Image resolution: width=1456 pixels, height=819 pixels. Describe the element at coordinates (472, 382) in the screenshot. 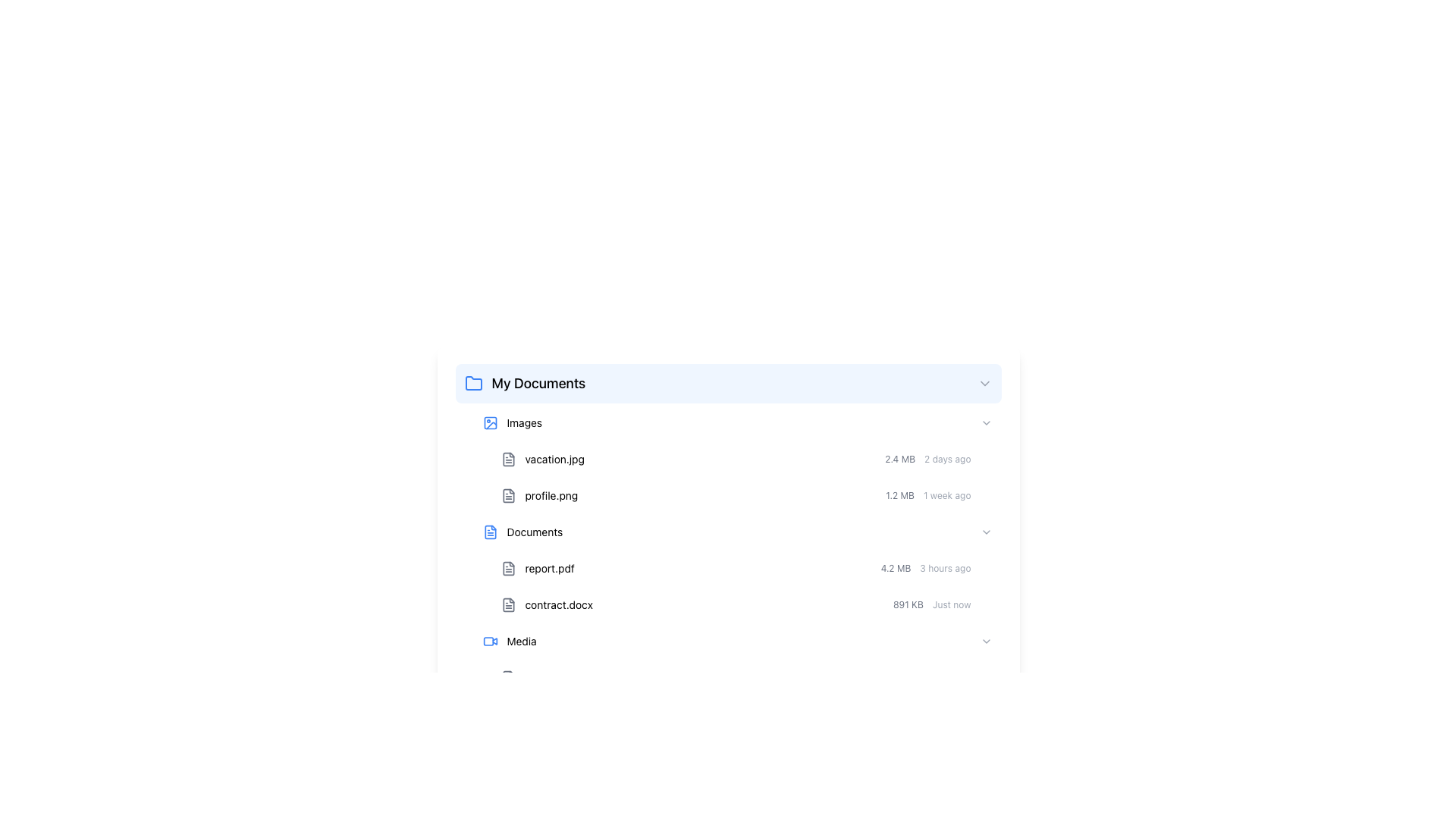

I see `the blue folder icon with rounded edges` at that location.